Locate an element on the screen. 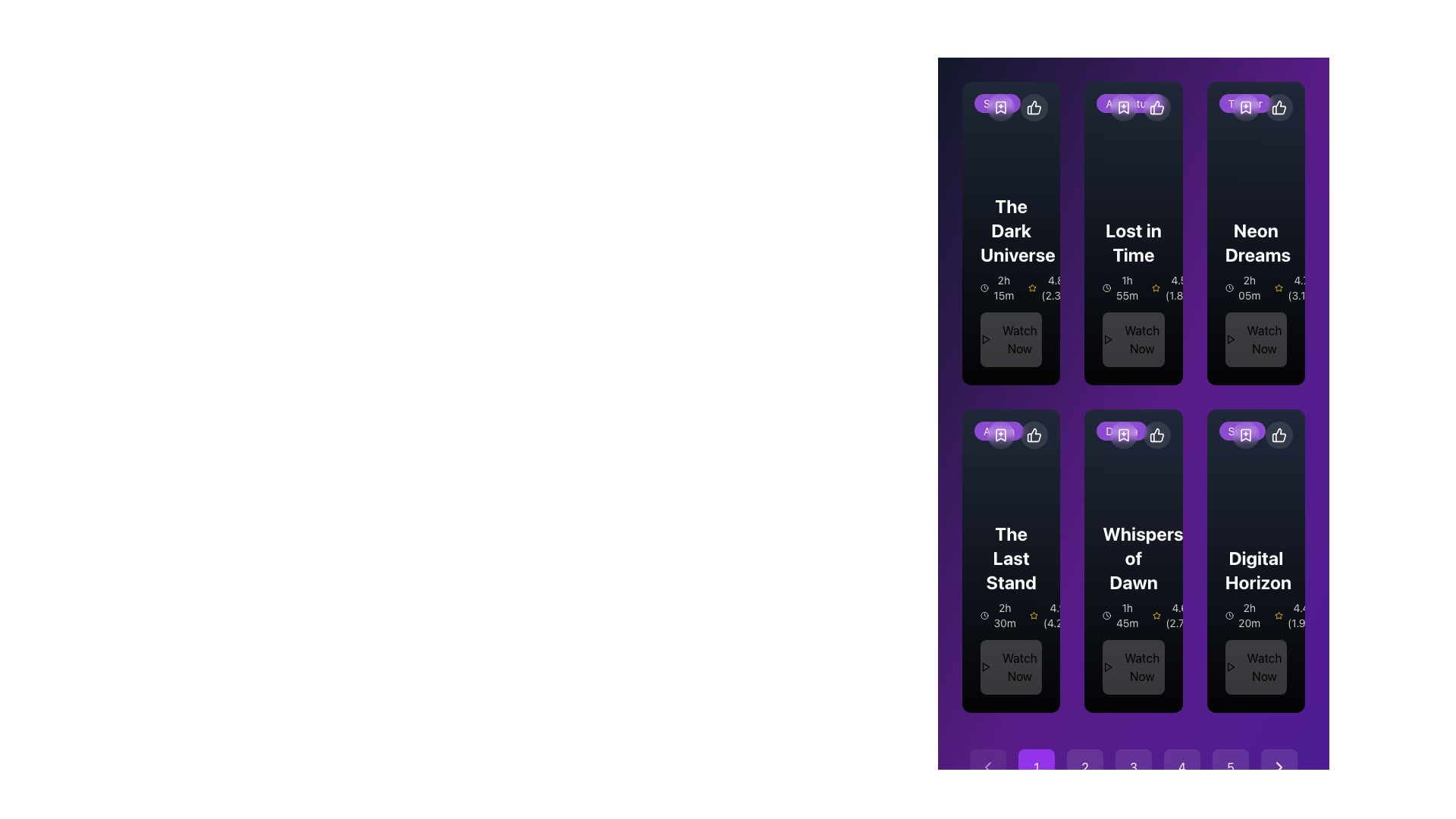 This screenshot has height=819, width=1456. movie information from the Information card for 'Lost in Time' located in the top row, second column, which includes details about its duration, rating, and a button to watch the movie is located at coordinates (1133, 292).